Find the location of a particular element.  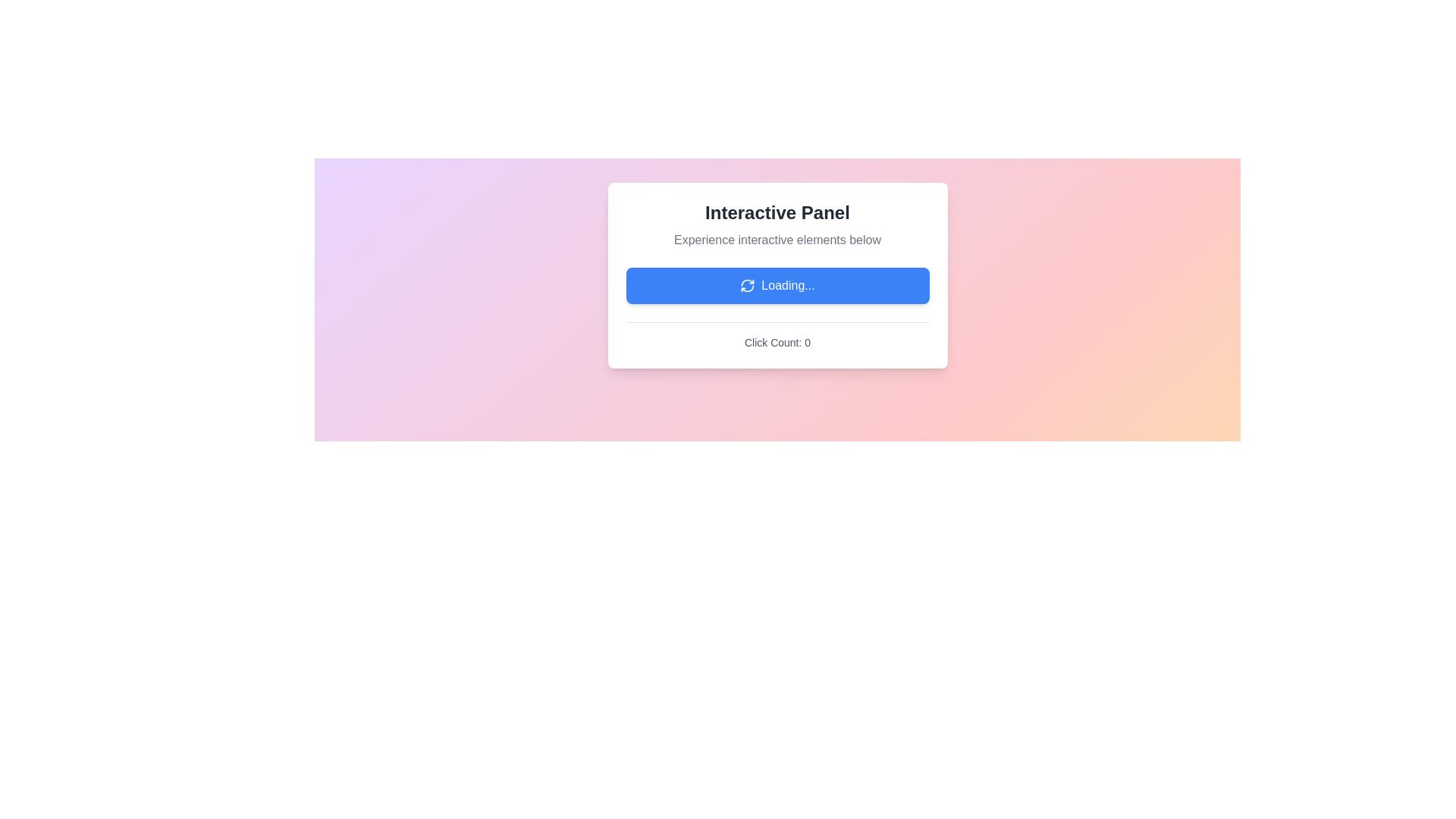

the static text element that describes the purpose of the interactive panel, located below the 'Interactive Panel' heading and above the 'Loading...' blue button is located at coordinates (777, 239).